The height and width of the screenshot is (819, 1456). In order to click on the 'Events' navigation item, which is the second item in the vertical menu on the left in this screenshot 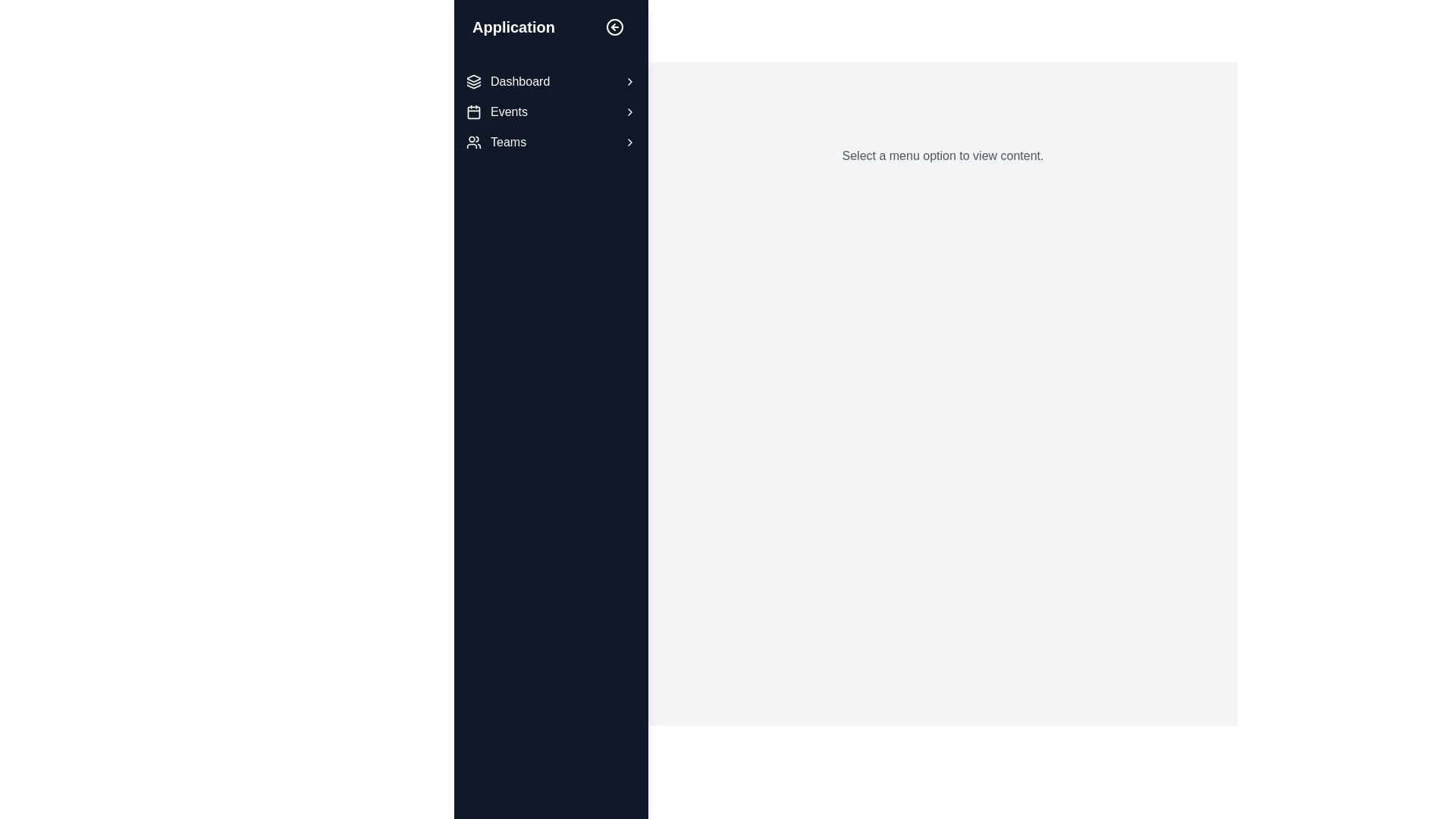, I will do `click(497, 111)`.